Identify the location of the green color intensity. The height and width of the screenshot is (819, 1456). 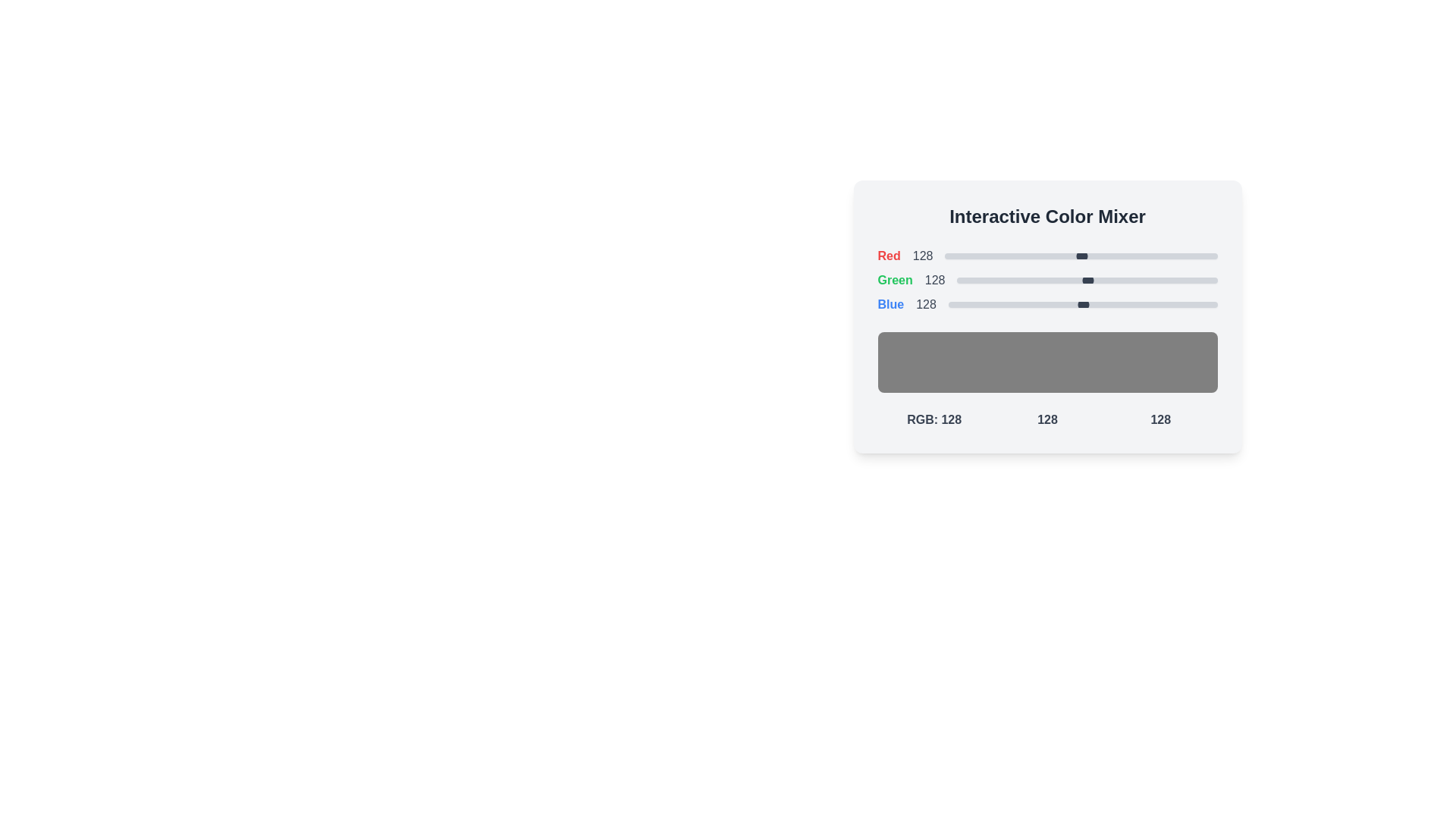
(1175, 281).